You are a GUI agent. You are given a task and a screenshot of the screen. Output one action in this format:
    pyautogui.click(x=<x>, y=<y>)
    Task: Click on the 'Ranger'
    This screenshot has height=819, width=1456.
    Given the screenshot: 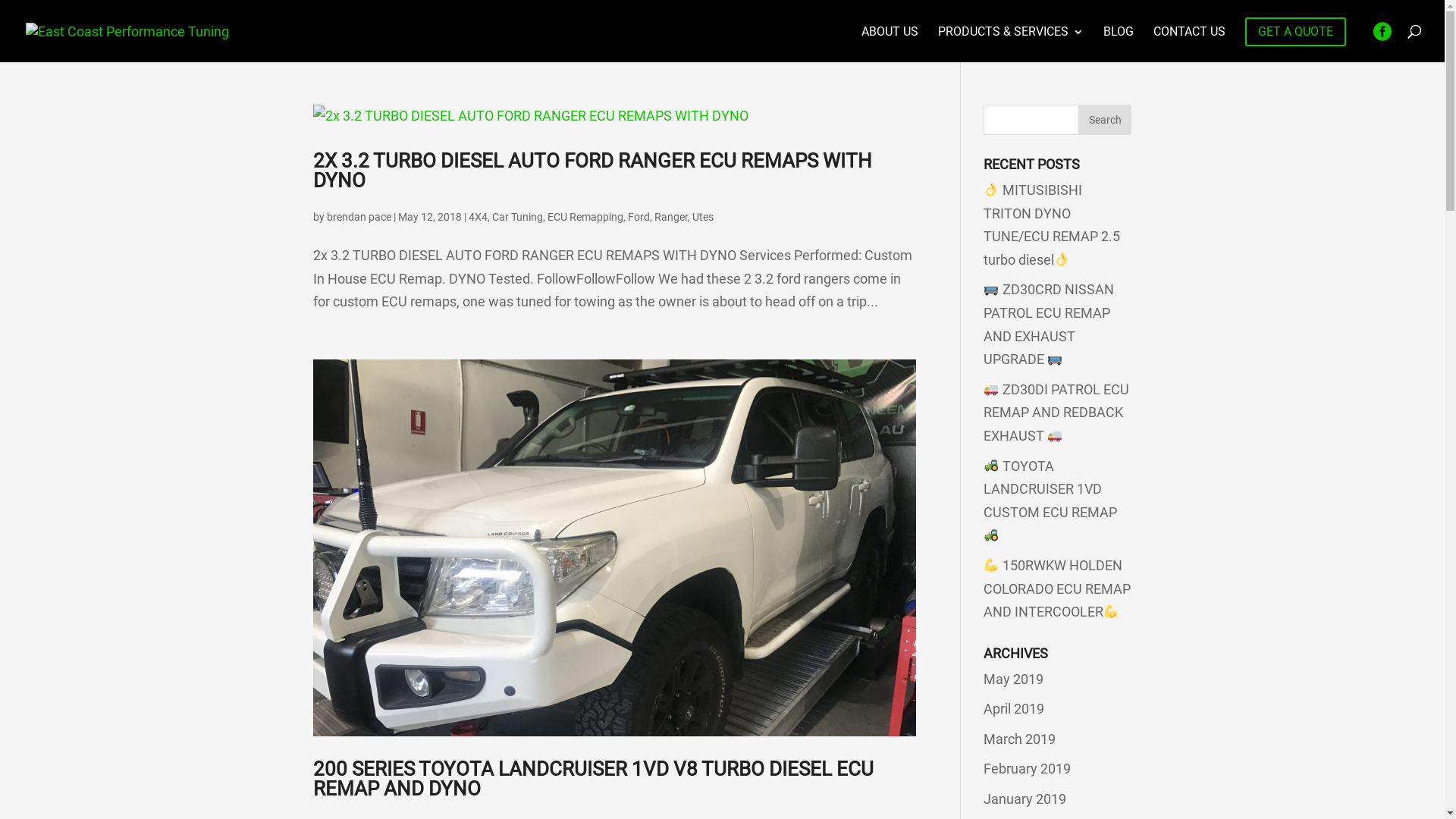 What is the action you would take?
    pyautogui.click(x=669, y=216)
    